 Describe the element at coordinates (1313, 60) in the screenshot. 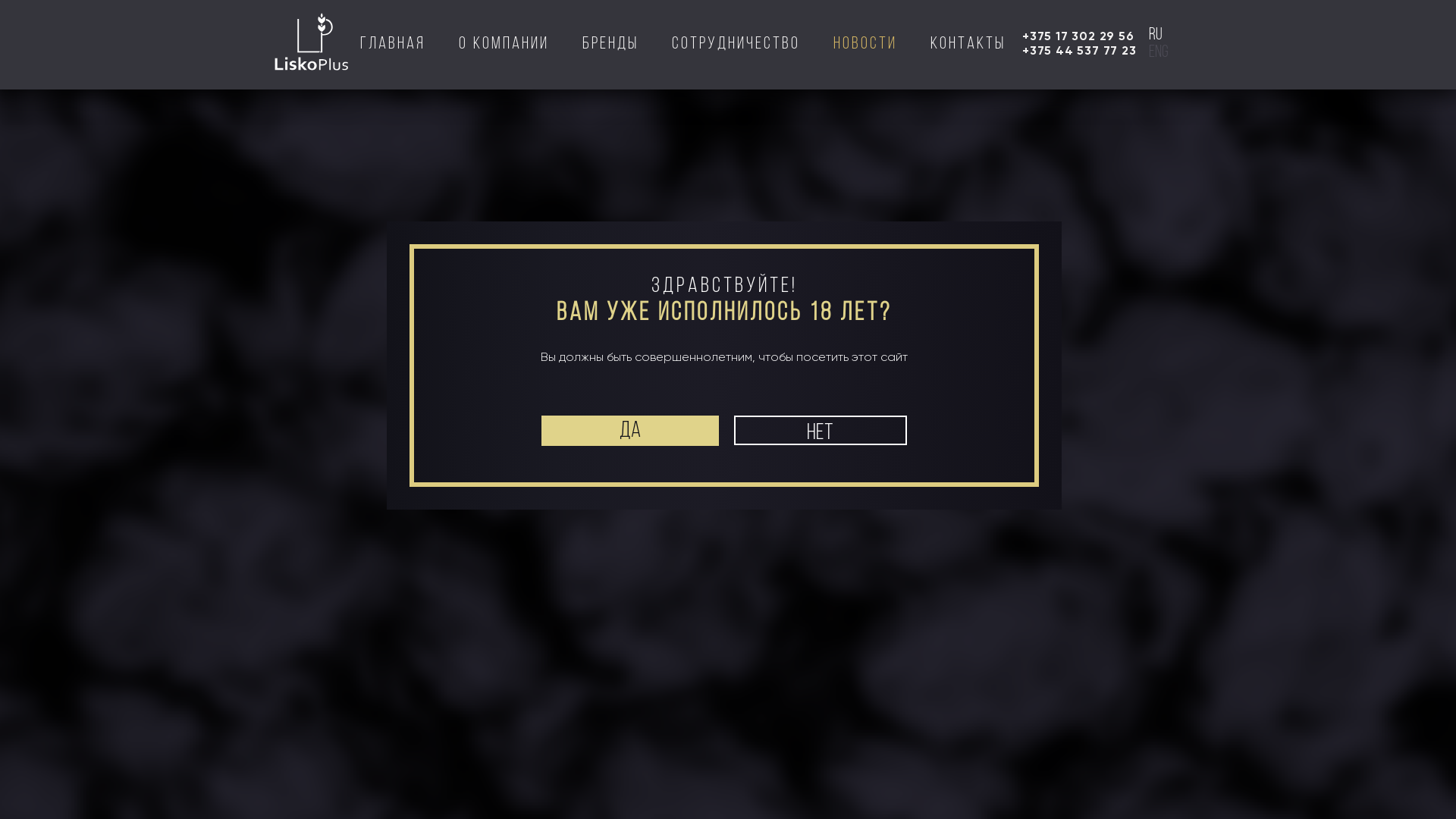

I see `'RU'` at that location.